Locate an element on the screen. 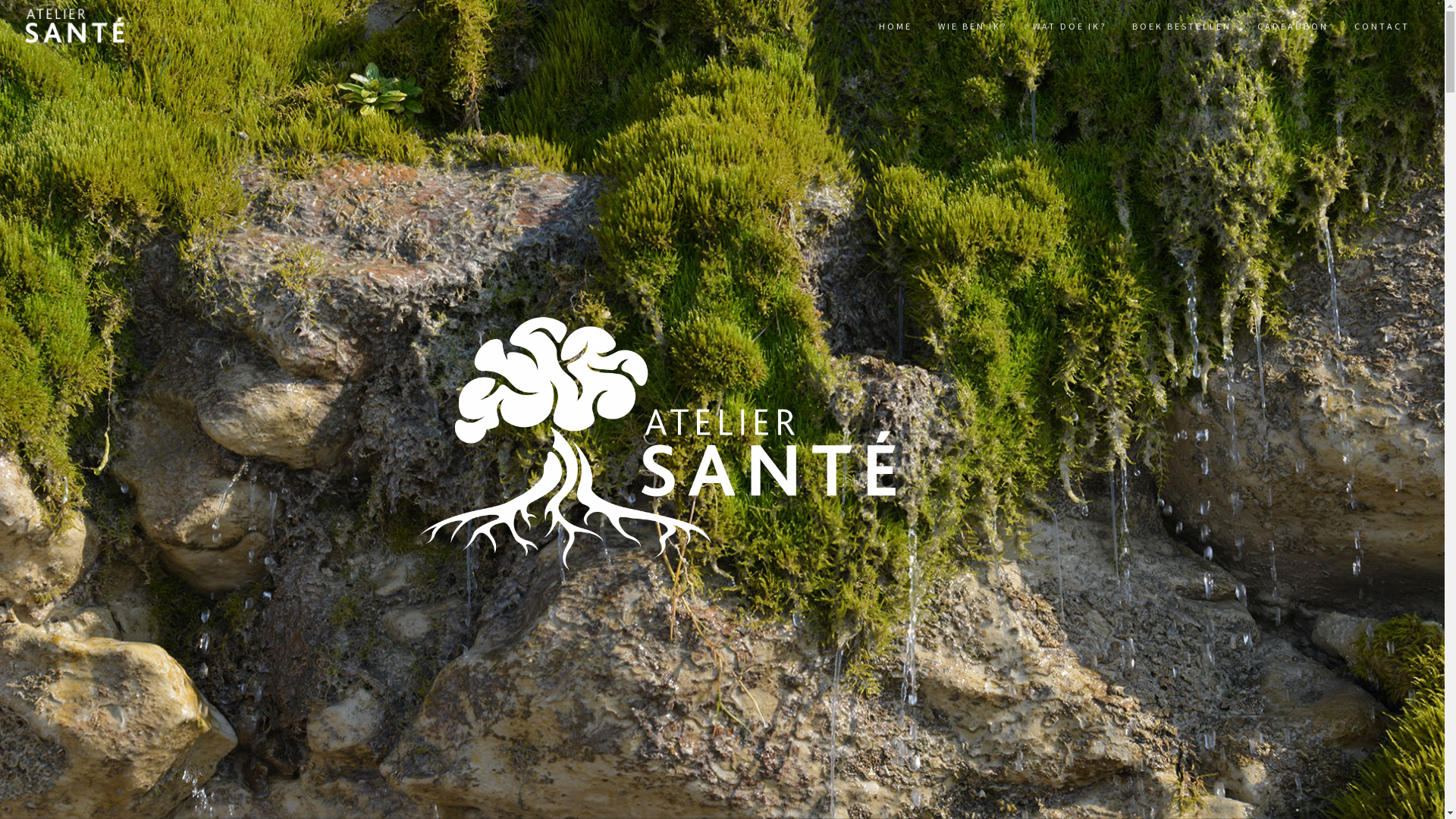  'WAT DOE IK?' is located at coordinates (1068, 26).